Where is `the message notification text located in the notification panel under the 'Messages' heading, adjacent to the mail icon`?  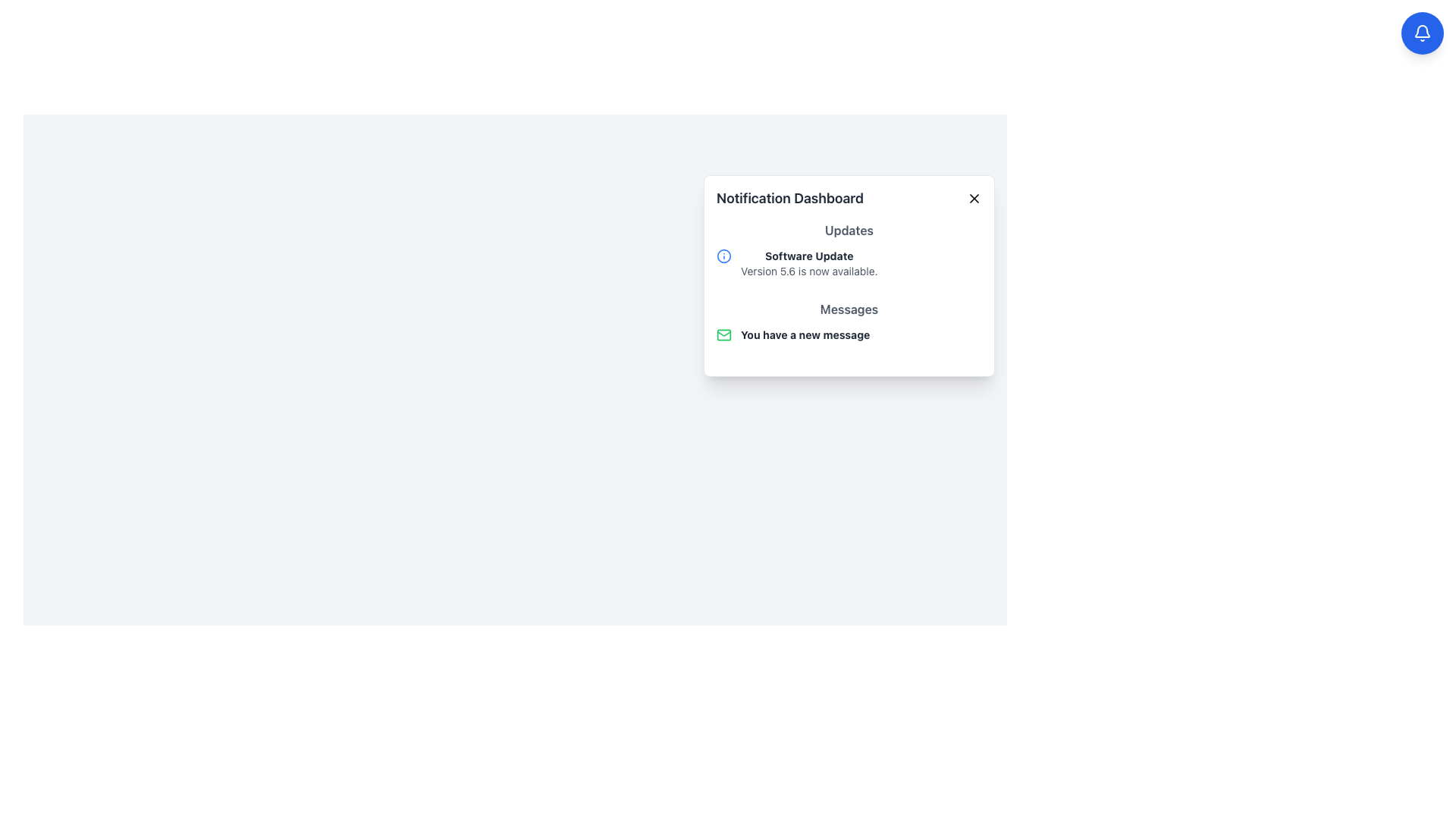
the message notification text located in the notification panel under the 'Messages' heading, adjacent to the mail icon is located at coordinates (805, 334).